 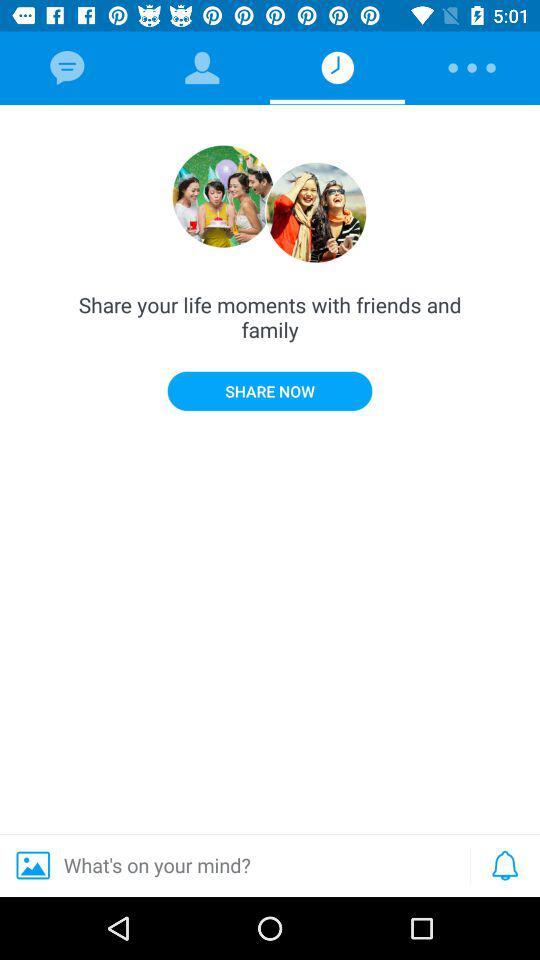 What do you see at coordinates (270, 390) in the screenshot?
I see `share now icon` at bounding box center [270, 390].